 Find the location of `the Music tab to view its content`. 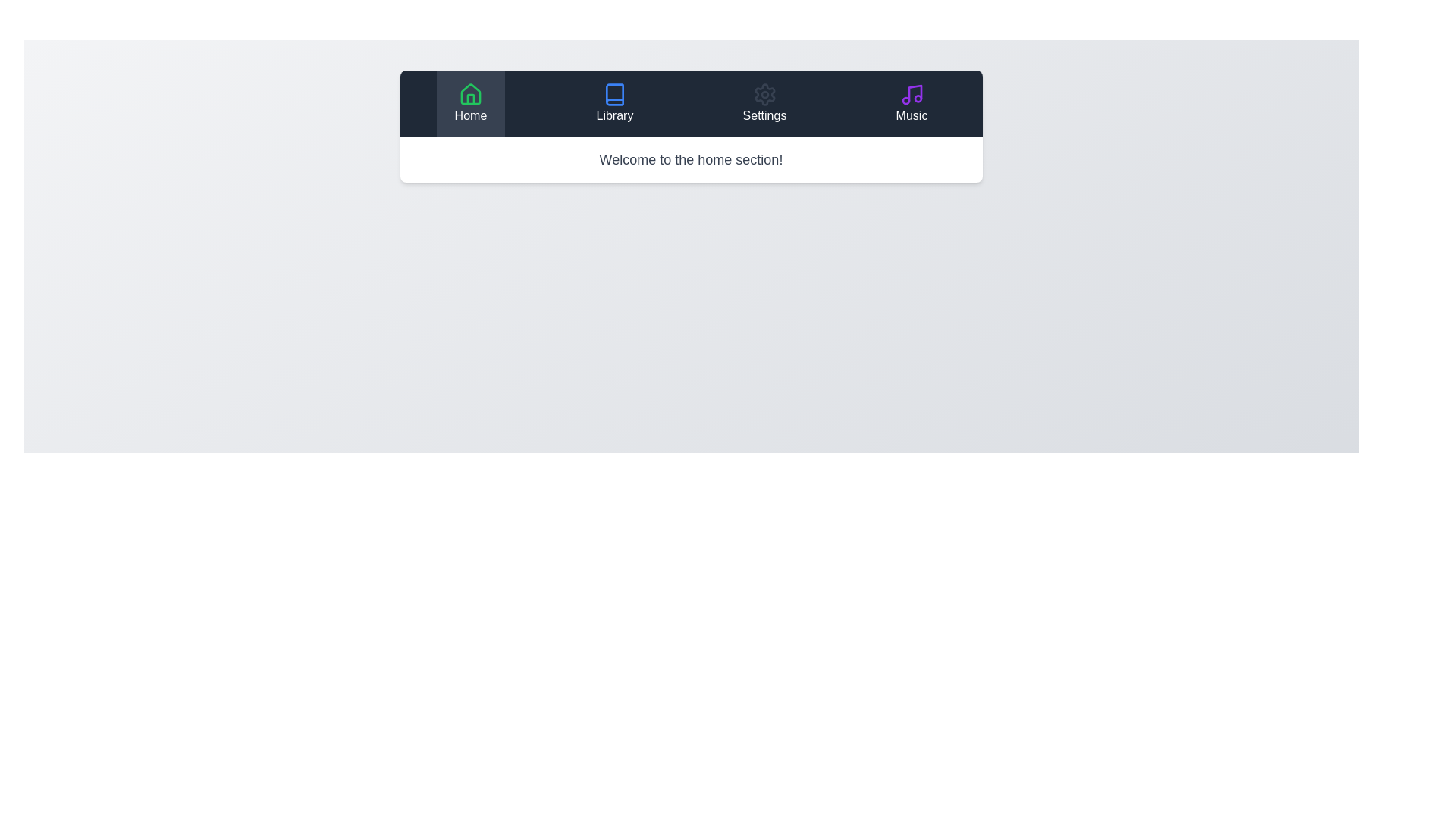

the Music tab to view its content is located at coordinates (911, 103).